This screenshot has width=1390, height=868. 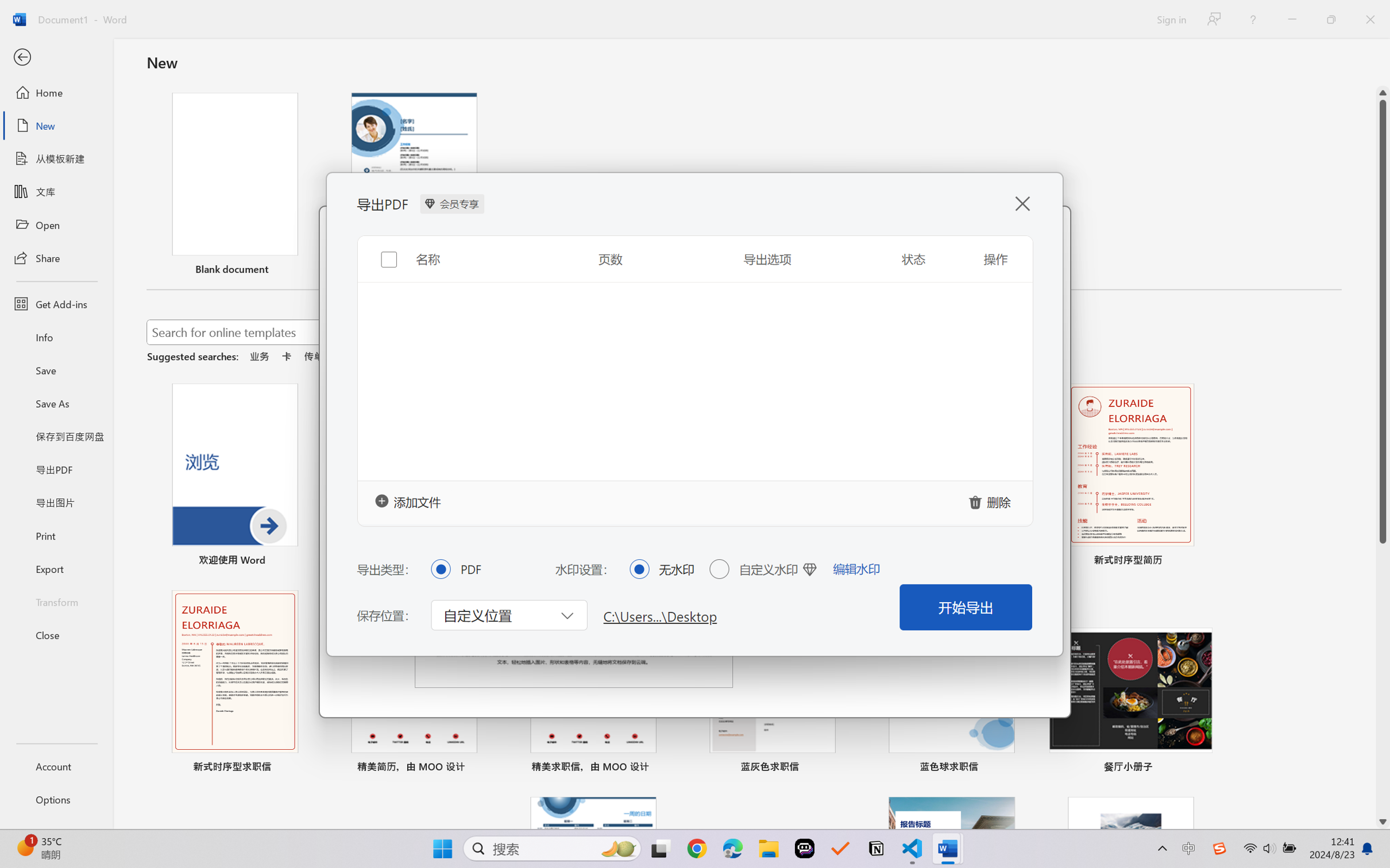 What do you see at coordinates (660, 615) in the screenshot?
I see `'C:\Users...\Desktop'` at bounding box center [660, 615].